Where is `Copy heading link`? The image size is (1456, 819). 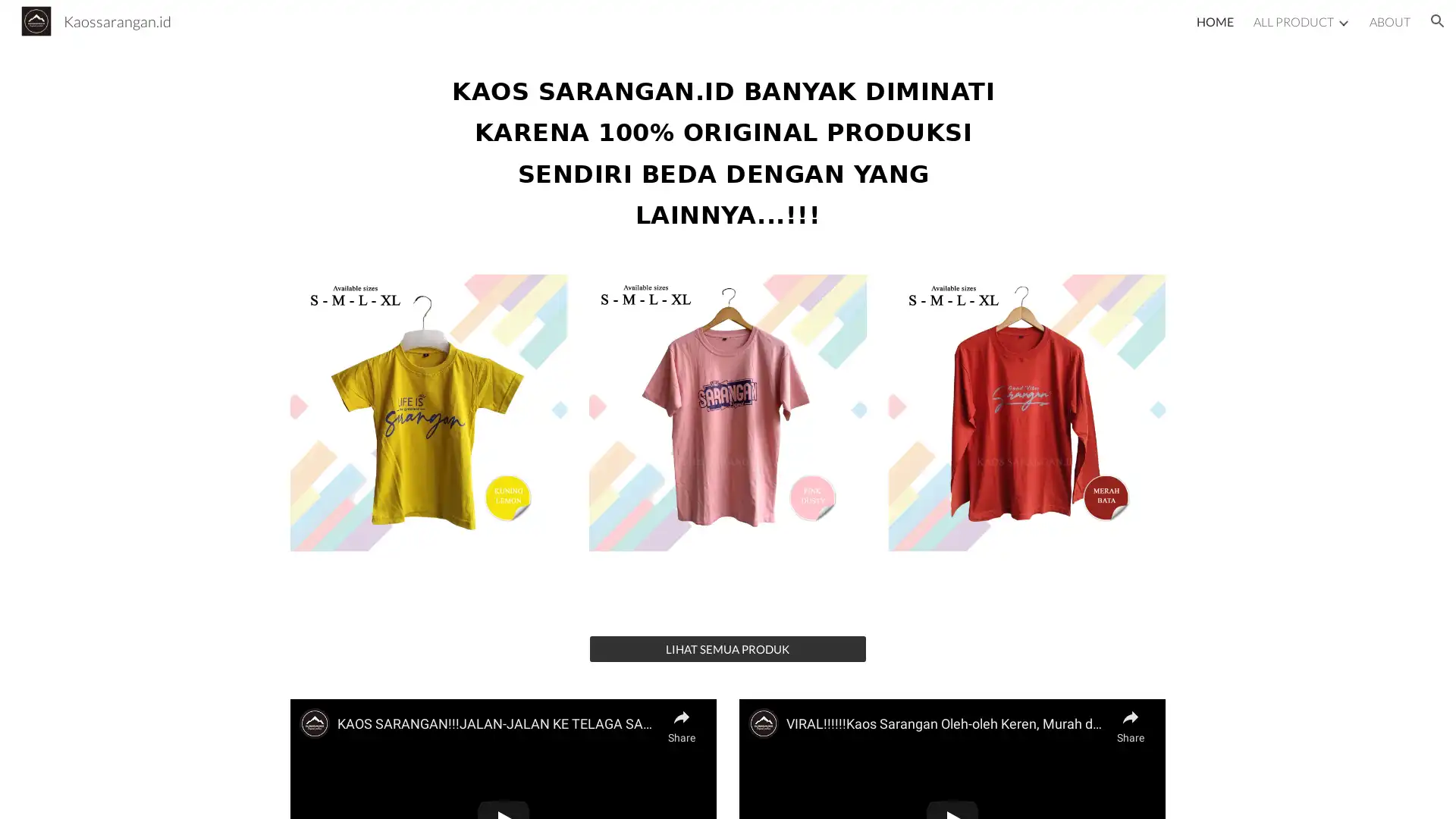
Copy heading link is located at coordinates (1026, 149).